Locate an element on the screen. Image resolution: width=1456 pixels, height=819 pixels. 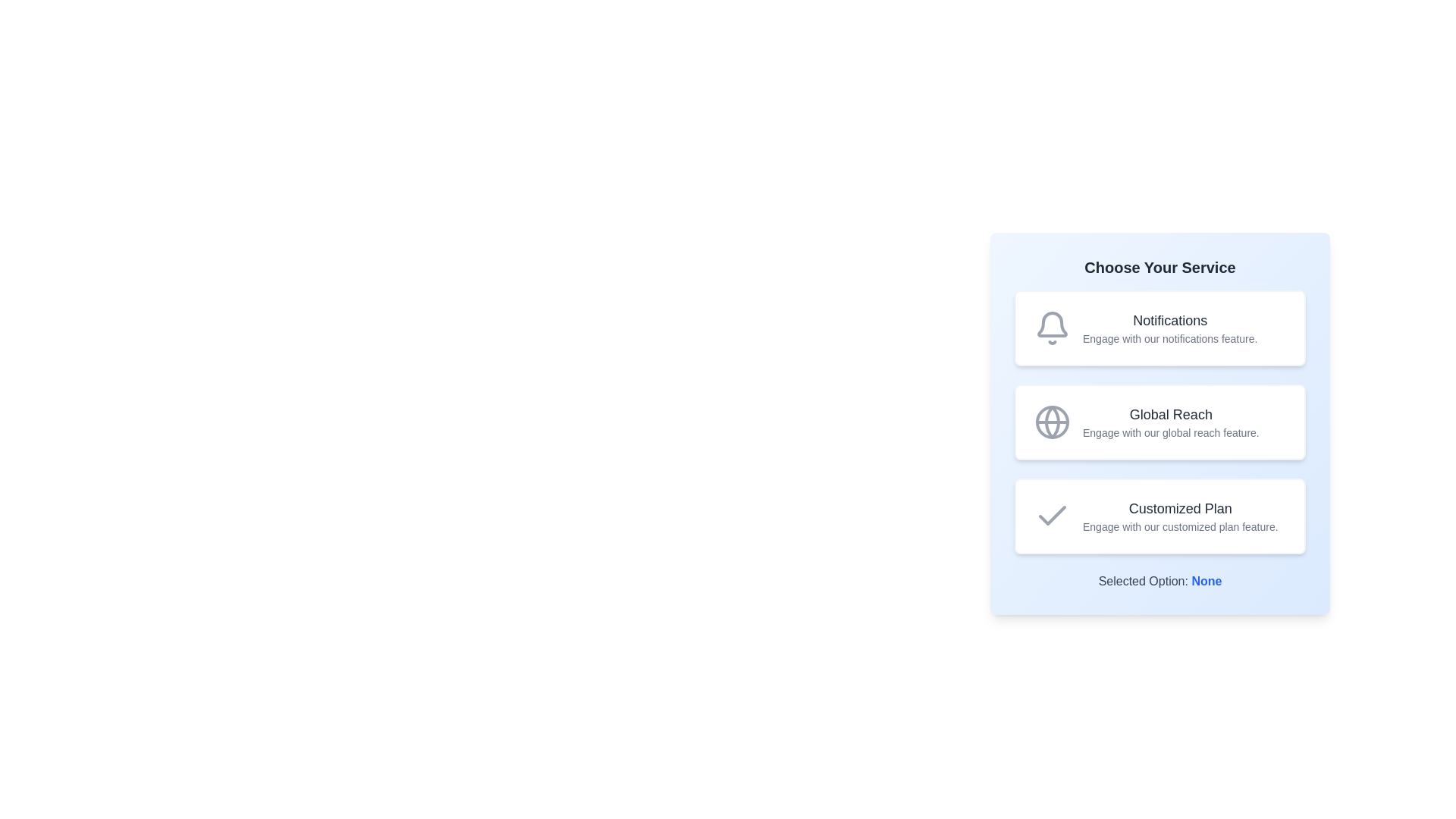
the 'Global Reach' card element located in the 'Choose Your Service' section is located at coordinates (1159, 422).